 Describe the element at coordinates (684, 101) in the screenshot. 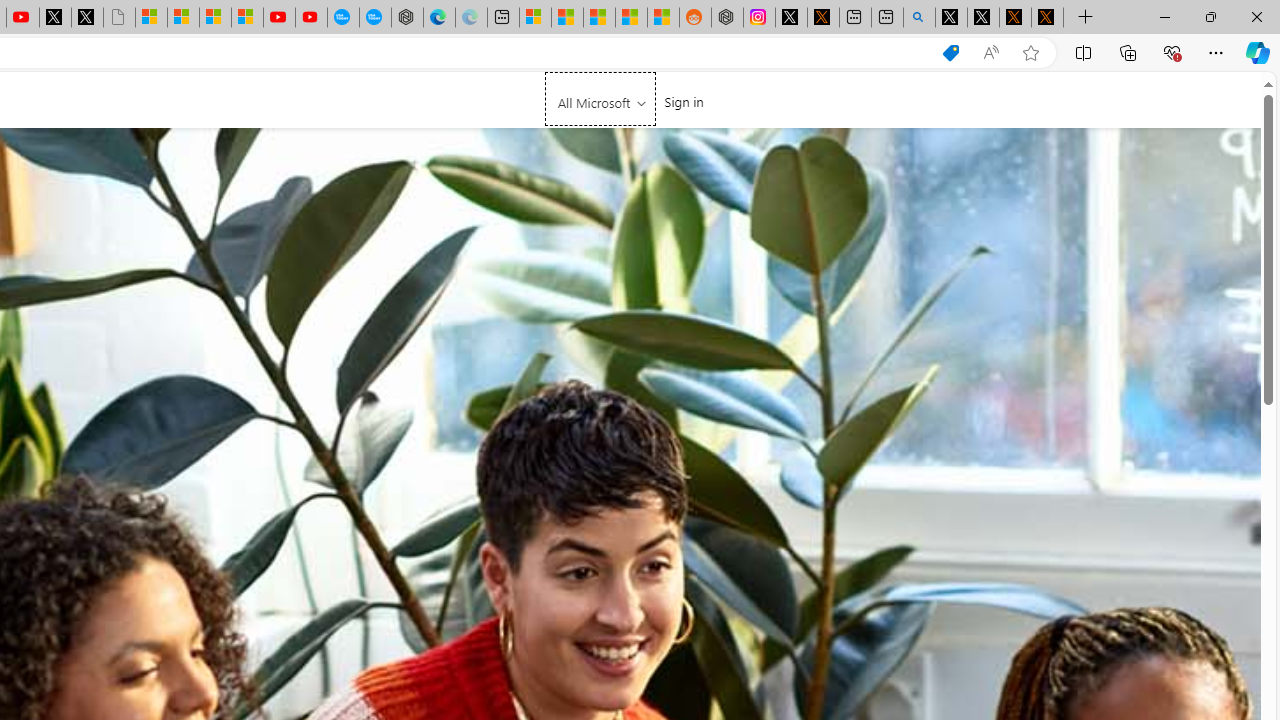

I see `'Sign in'` at that location.